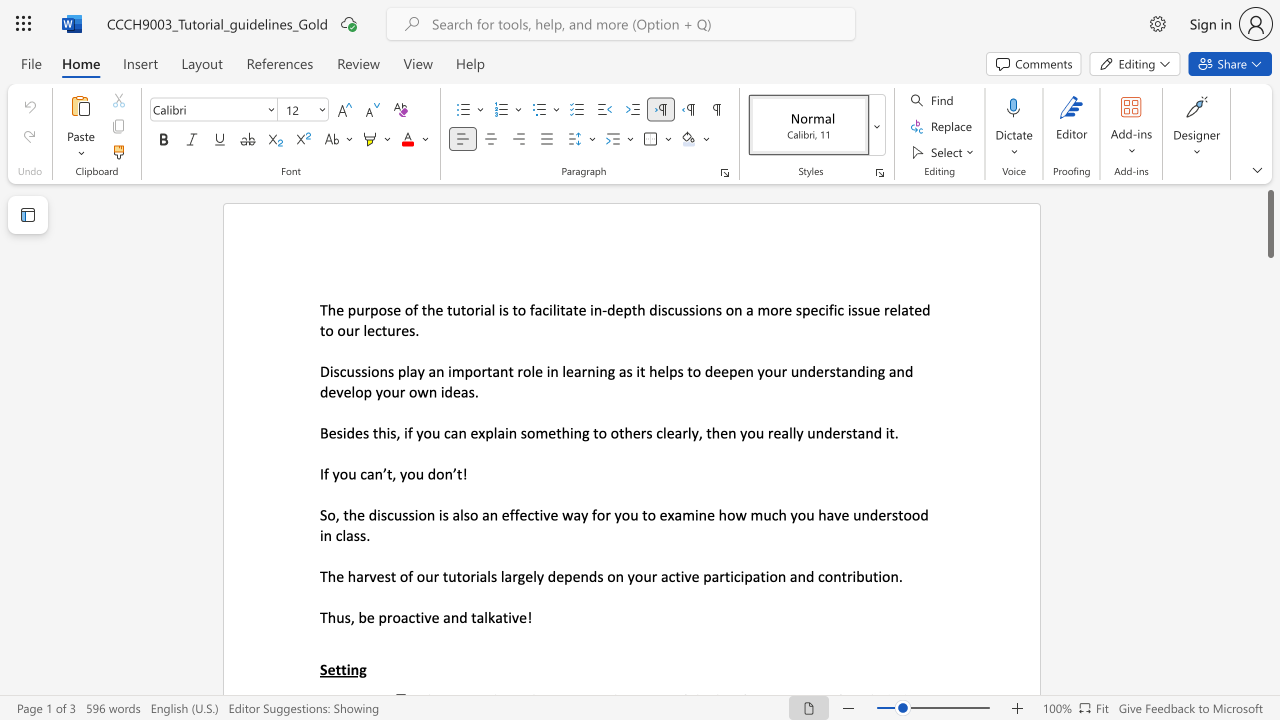  What do you see at coordinates (1269, 640) in the screenshot?
I see `the scrollbar to scroll the page down` at bounding box center [1269, 640].